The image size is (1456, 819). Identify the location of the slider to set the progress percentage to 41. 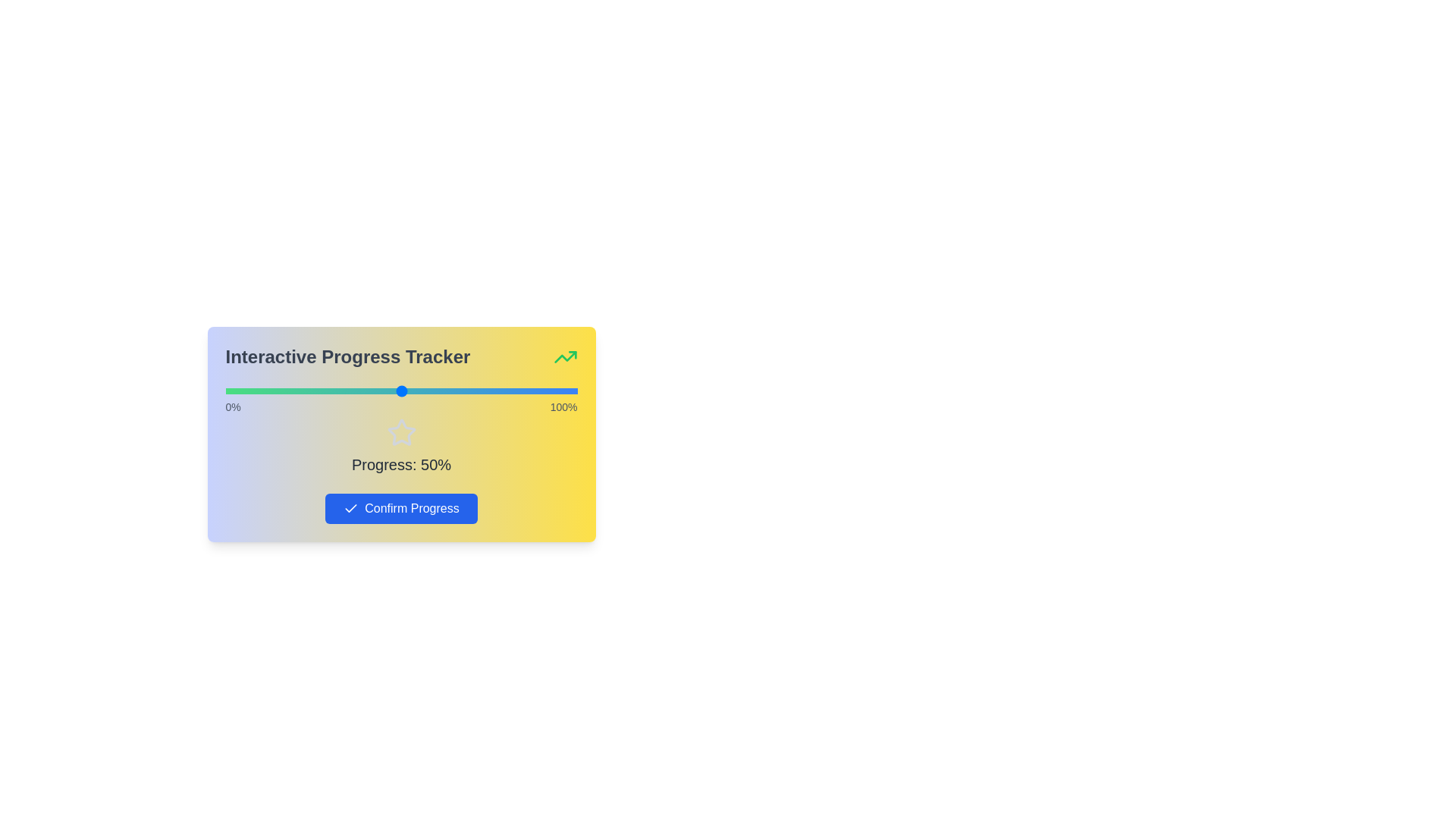
(369, 391).